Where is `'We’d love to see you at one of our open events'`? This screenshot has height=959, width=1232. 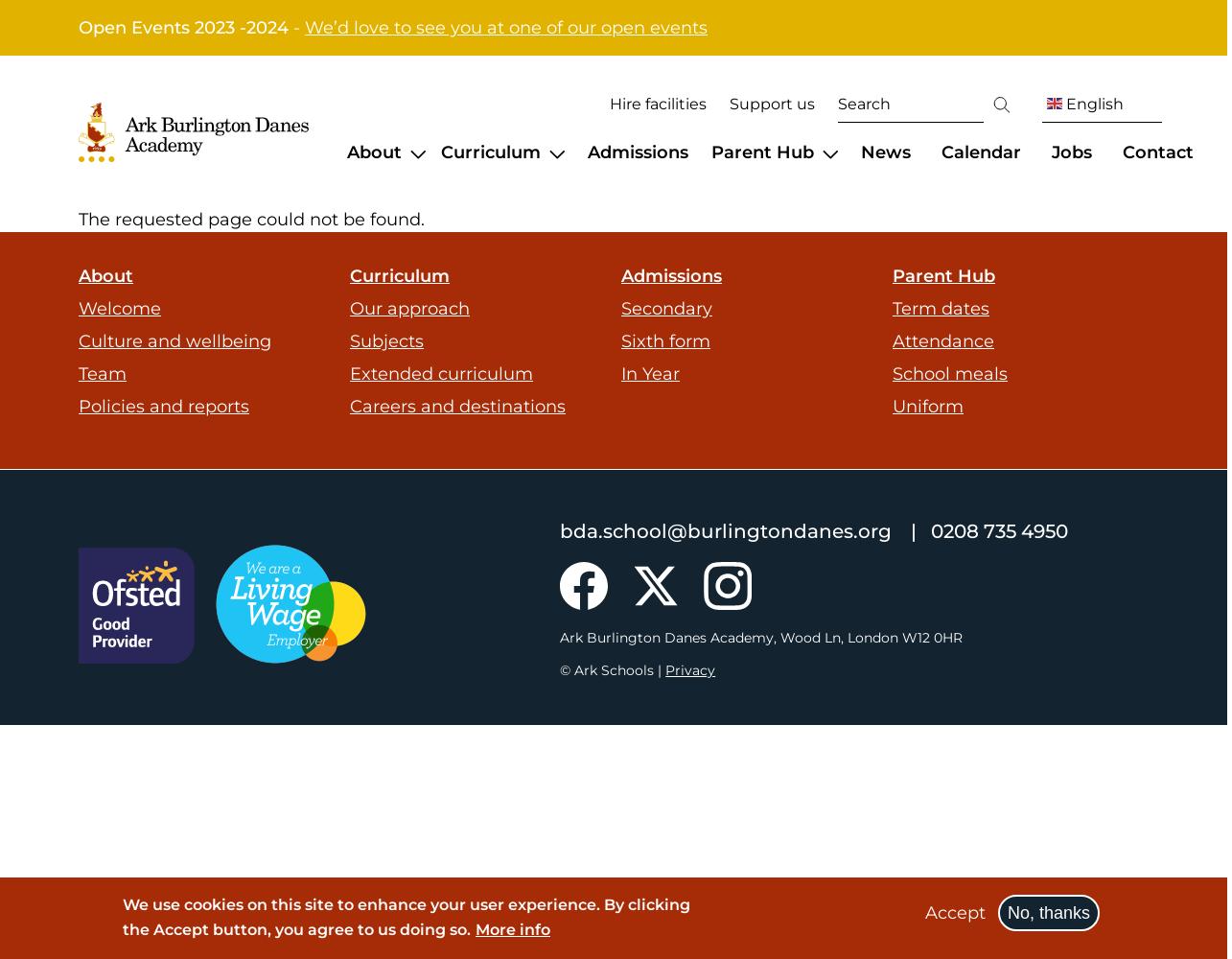 'We’d love to see you at one of our open events' is located at coordinates (304, 28).